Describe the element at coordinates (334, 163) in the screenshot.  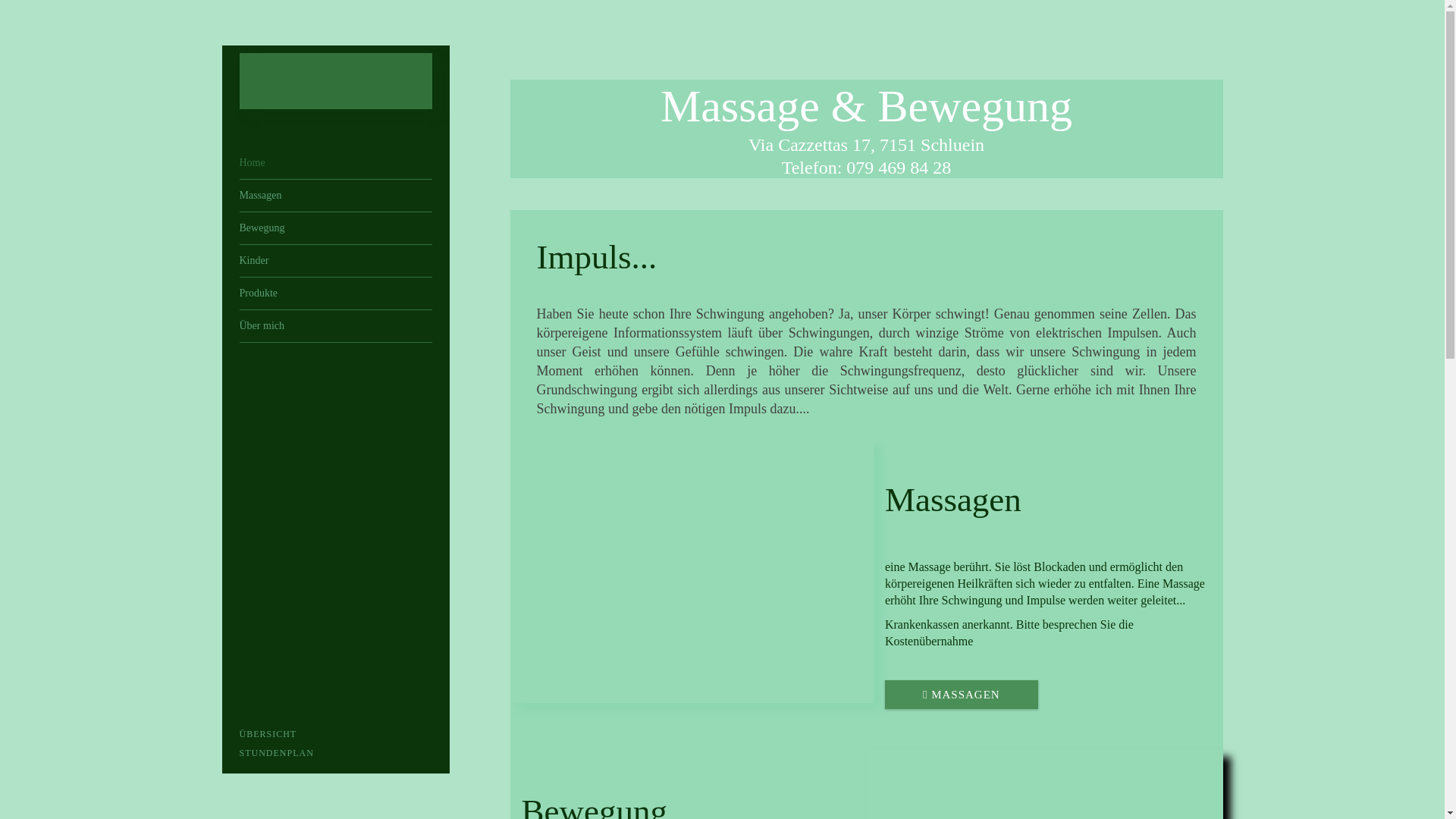
I see `'Home'` at that location.